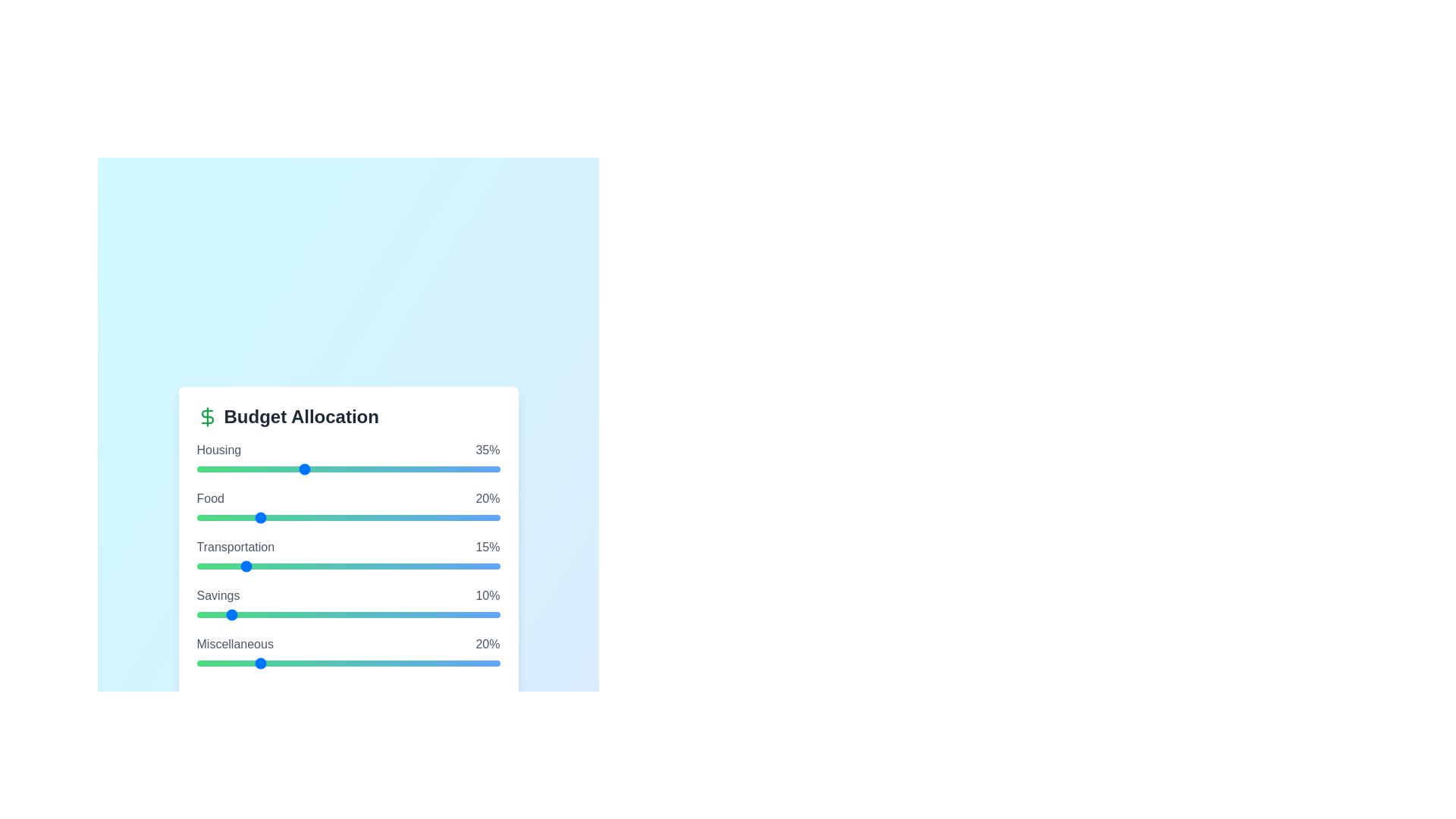 The image size is (1456, 819). What do you see at coordinates (488, 450) in the screenshot?
I see `the text displaying the allocation percentage for 'Housing'` at bounding box center [488, 450].